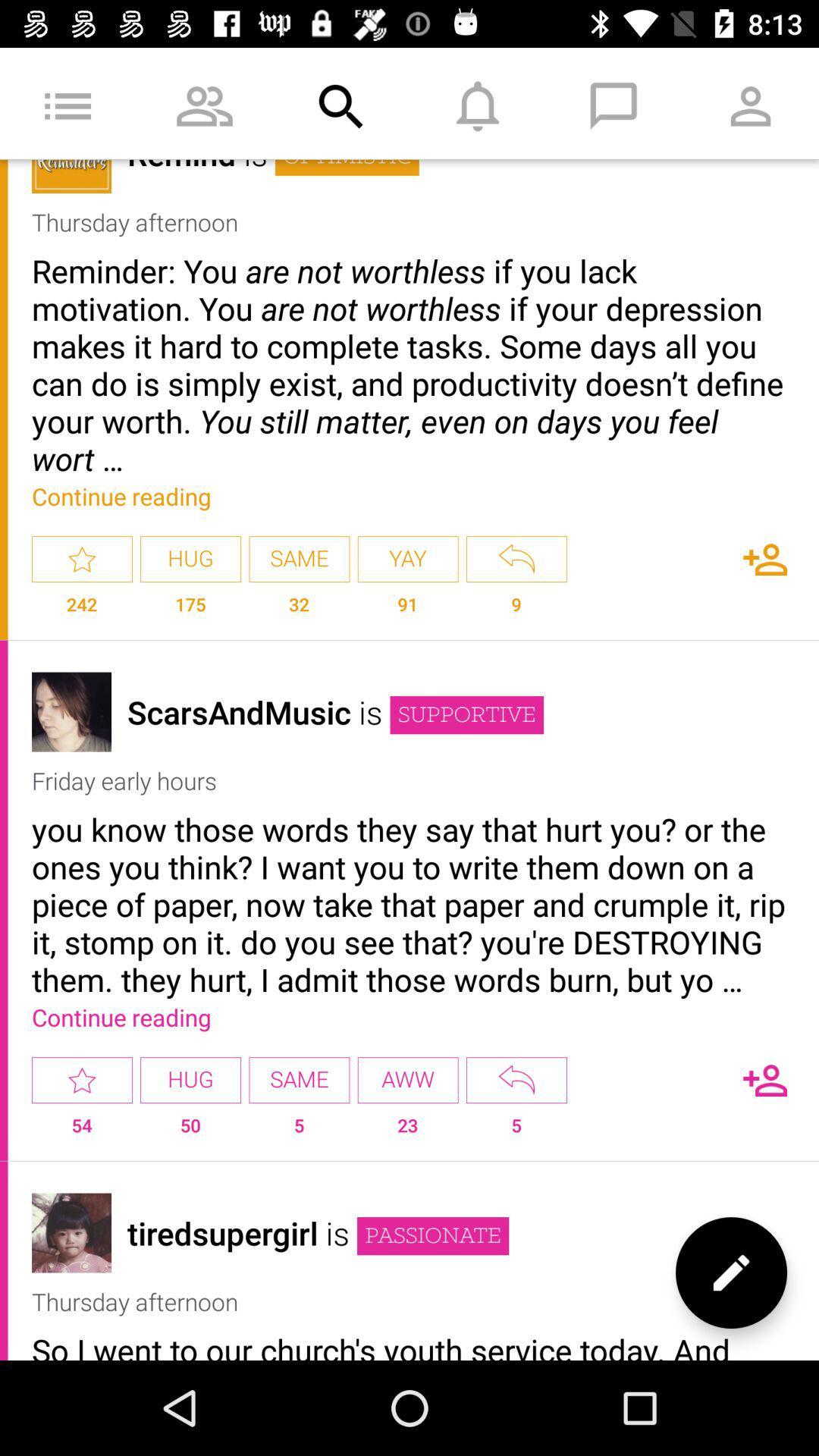 The height and width of the screenshot is (1456, 819). Describe the element at coordinates (82, 558) in the screenshot. I see `the icon above the 242` at that location.